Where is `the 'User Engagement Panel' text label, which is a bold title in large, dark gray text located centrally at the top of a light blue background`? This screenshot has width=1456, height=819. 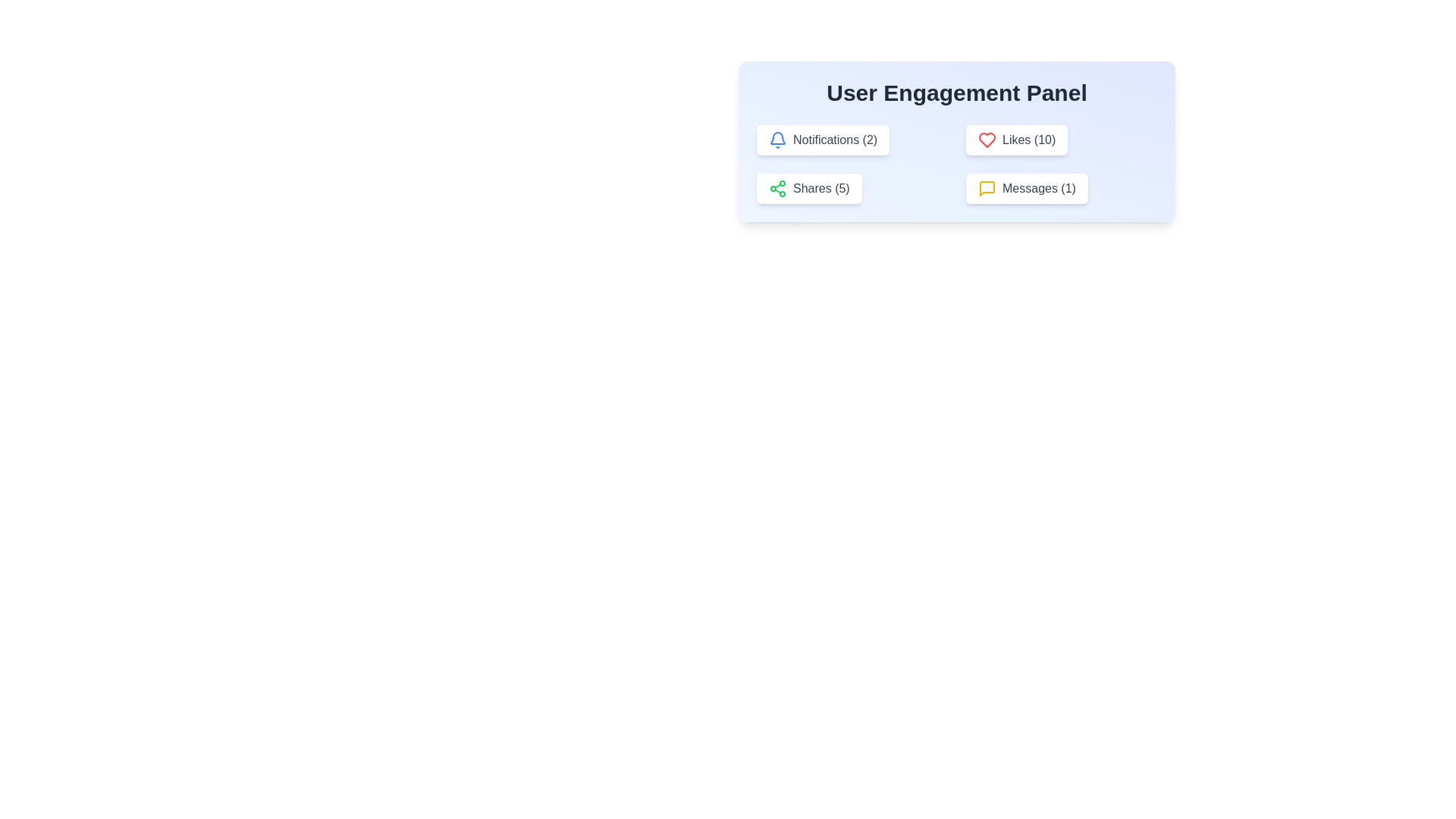
the 'User Engagement Panel' text label, which is a bold title in large, dark gray text located centrally at the top of a light blue background is located at coordinates (956, 93).